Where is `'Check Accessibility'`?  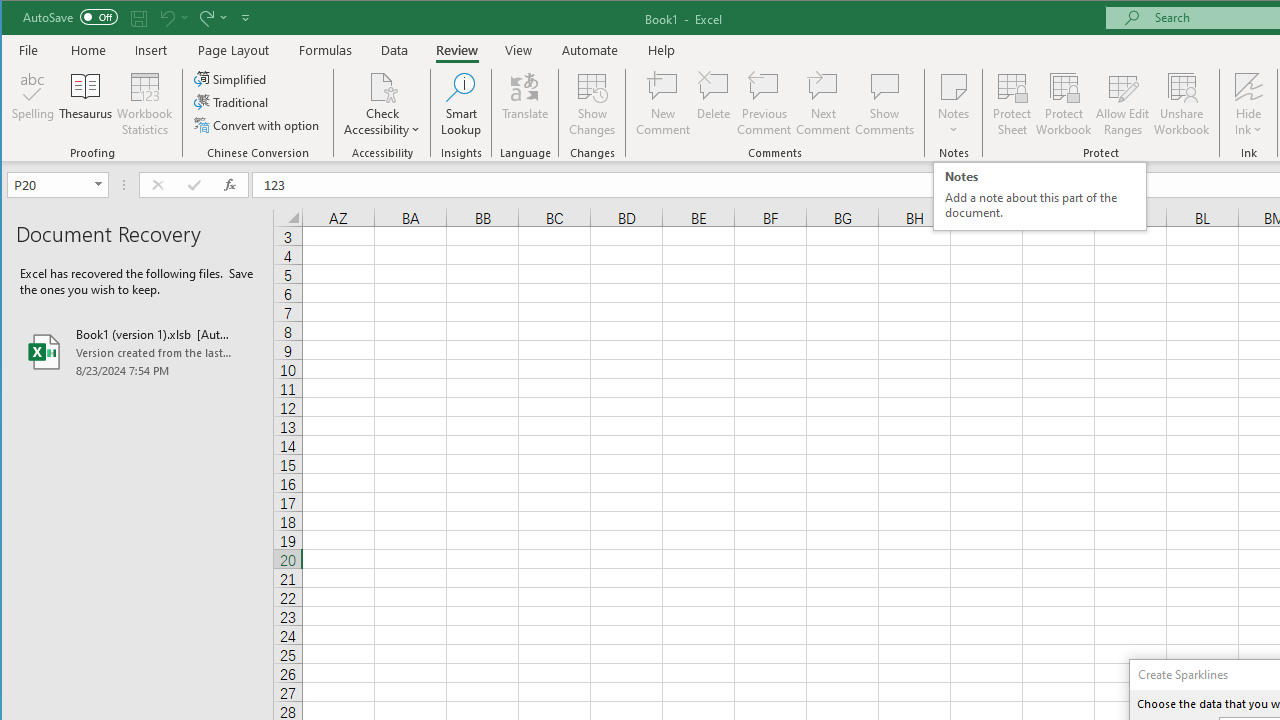
'Check Accessibility' is located at coordinates (382, 85).